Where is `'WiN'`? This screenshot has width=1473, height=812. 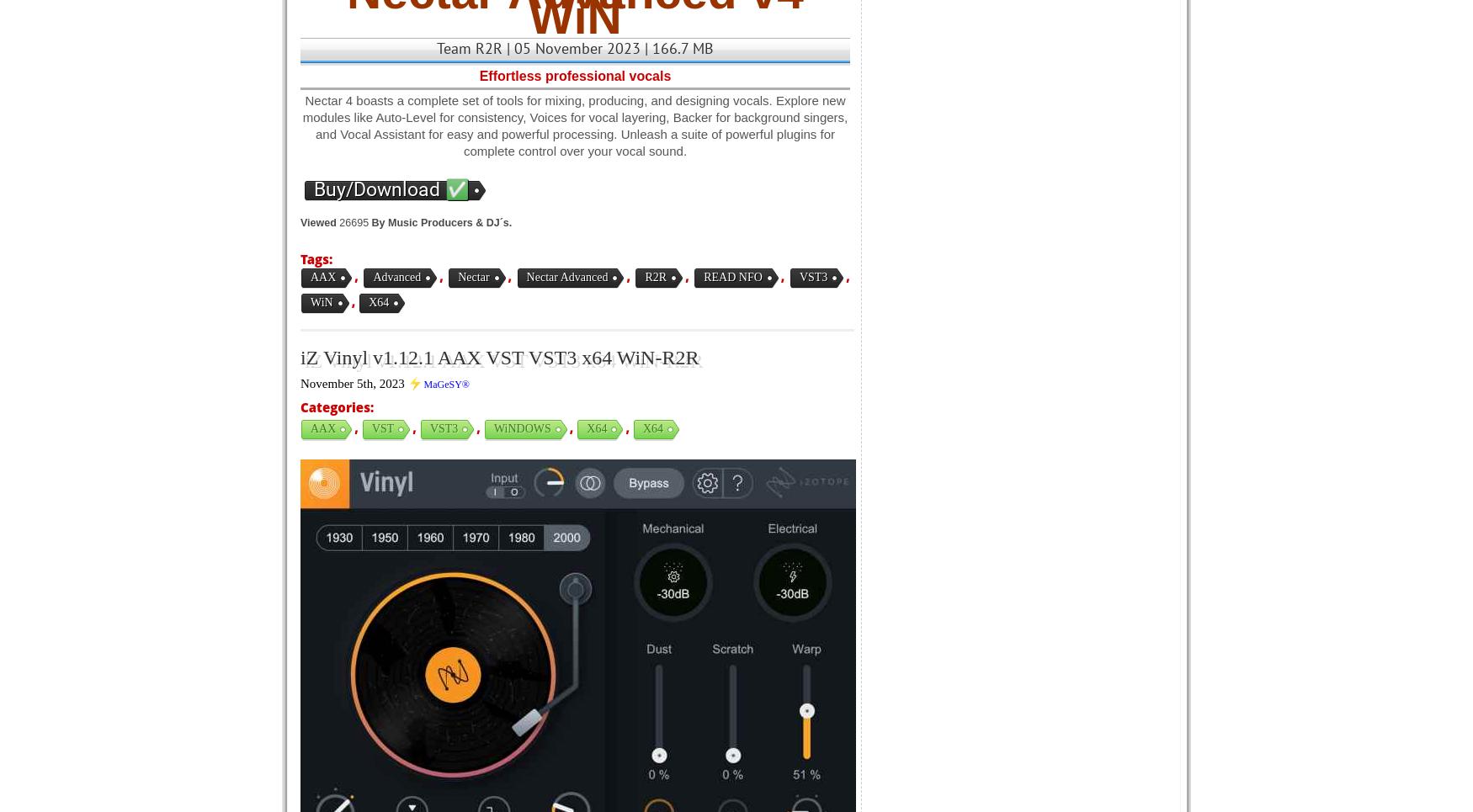
'WiN' is located at coordinates (321, 302).